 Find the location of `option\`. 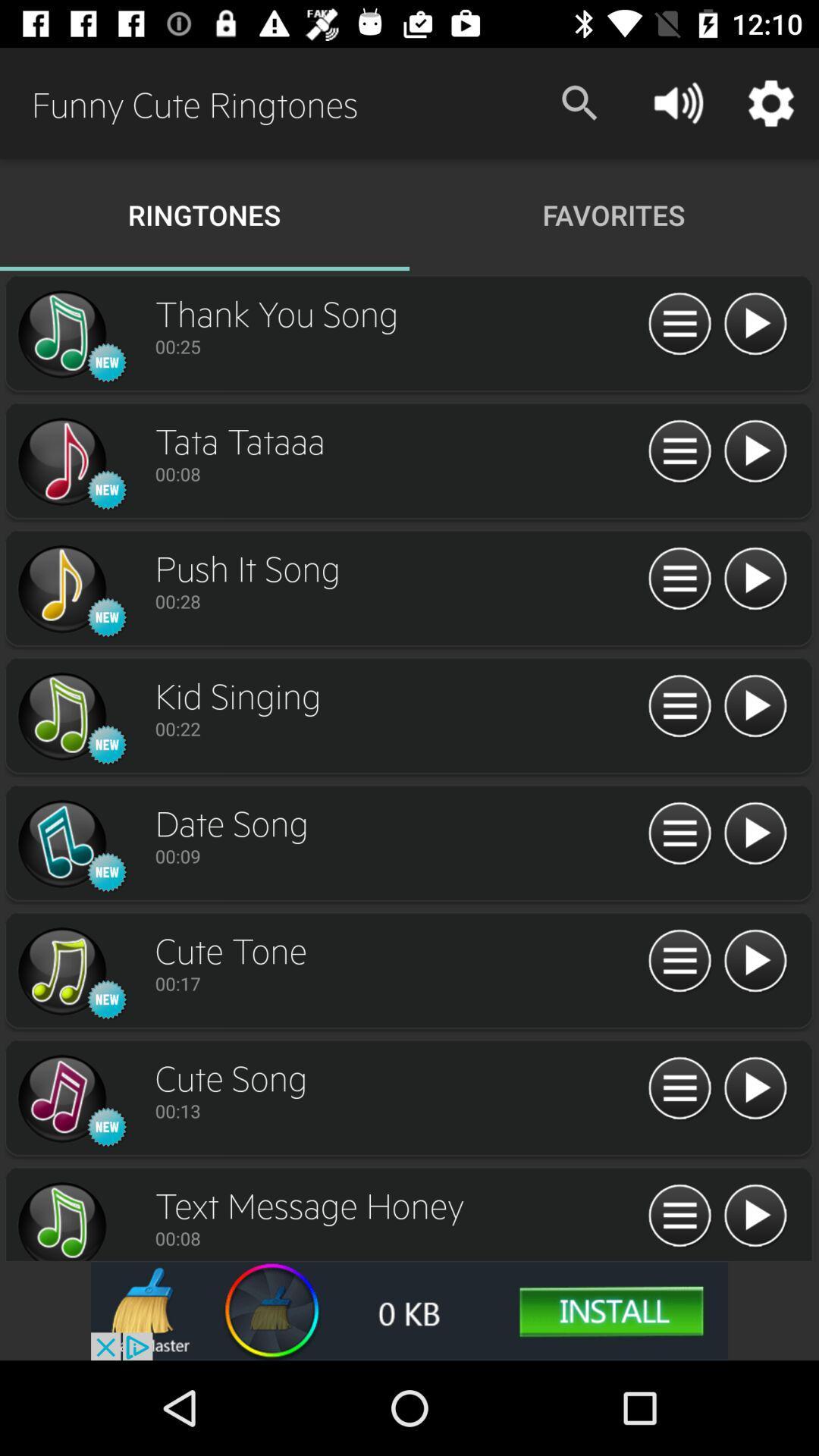

option\ is located at coordinates (755, 706).